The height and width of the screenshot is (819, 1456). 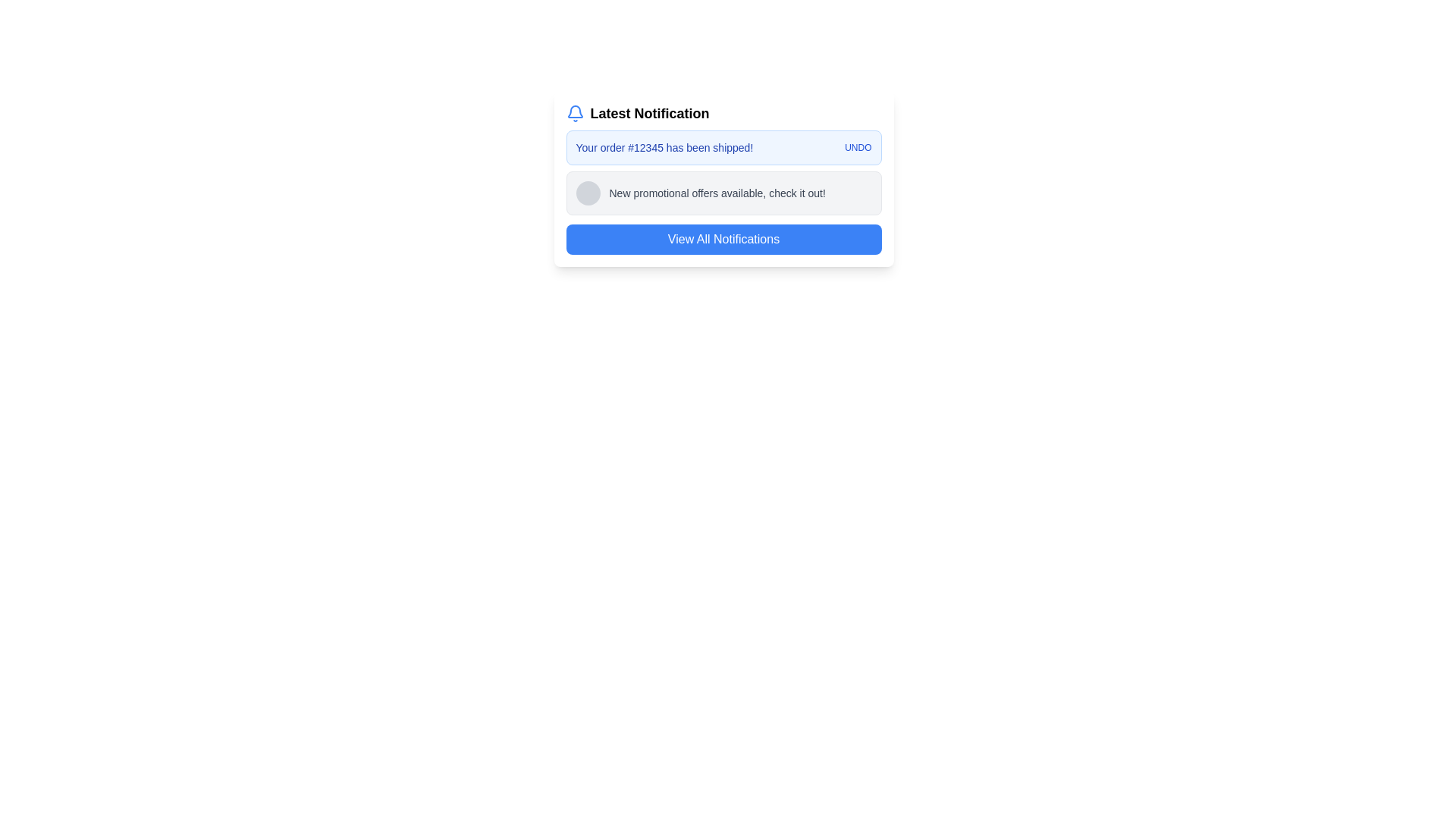 I want to click on the third notification in the notification panel that contains the text 'New promotional offers available, check it out!', so click(x=723, y=192).